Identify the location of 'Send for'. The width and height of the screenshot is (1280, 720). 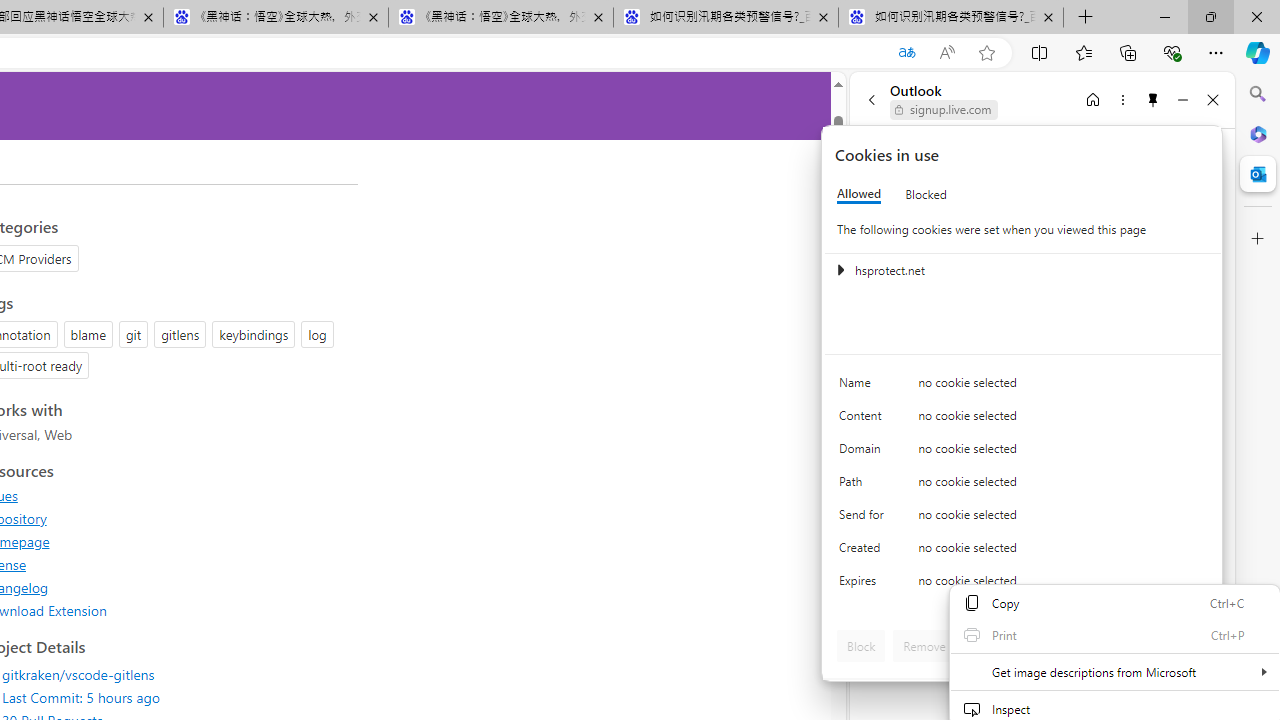
(865, 518).